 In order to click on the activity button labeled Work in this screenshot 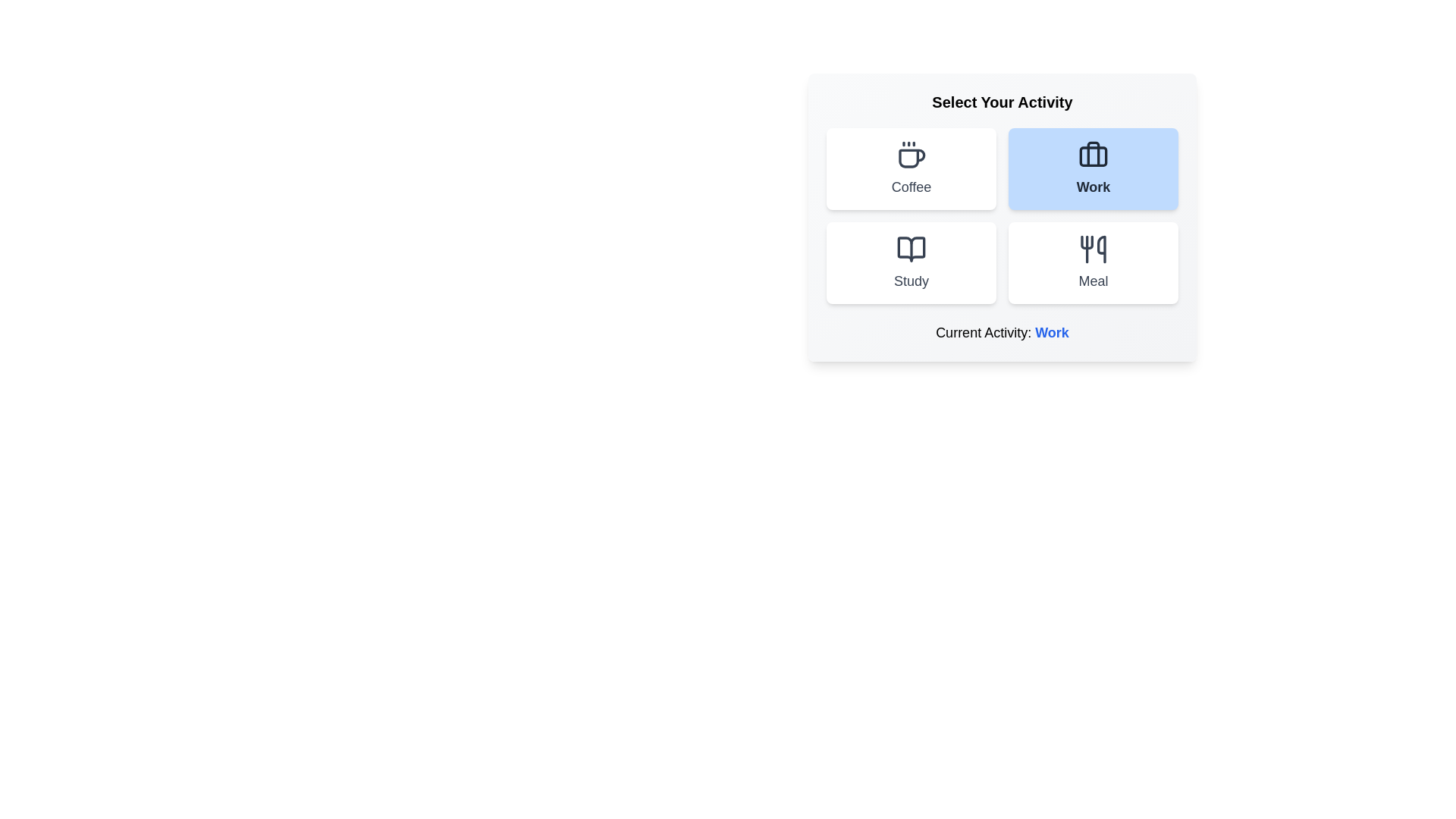, I will do `click(1093, 169)`.